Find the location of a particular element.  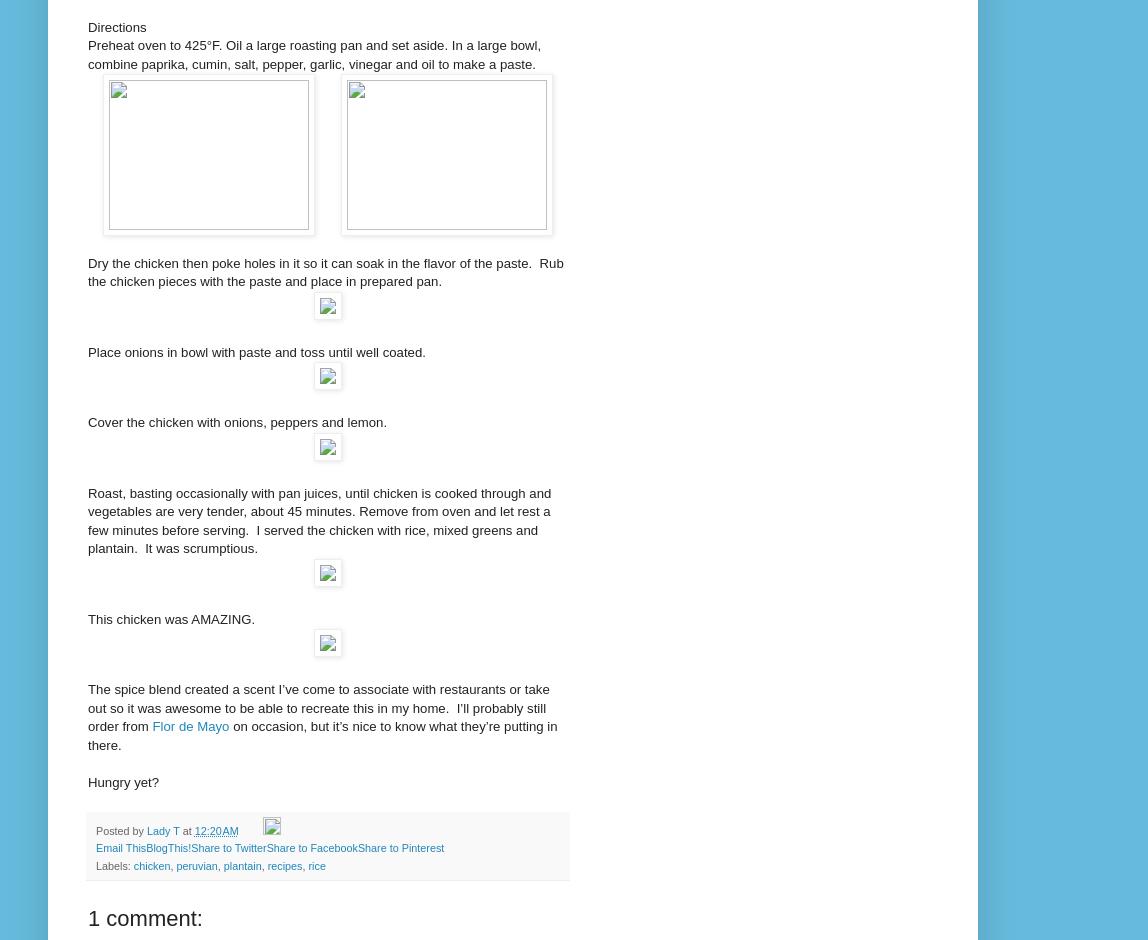

'Dry the chicken then poke holes in it so it can soak in the flavor of the paste.' is located at coordinates (309, 262).